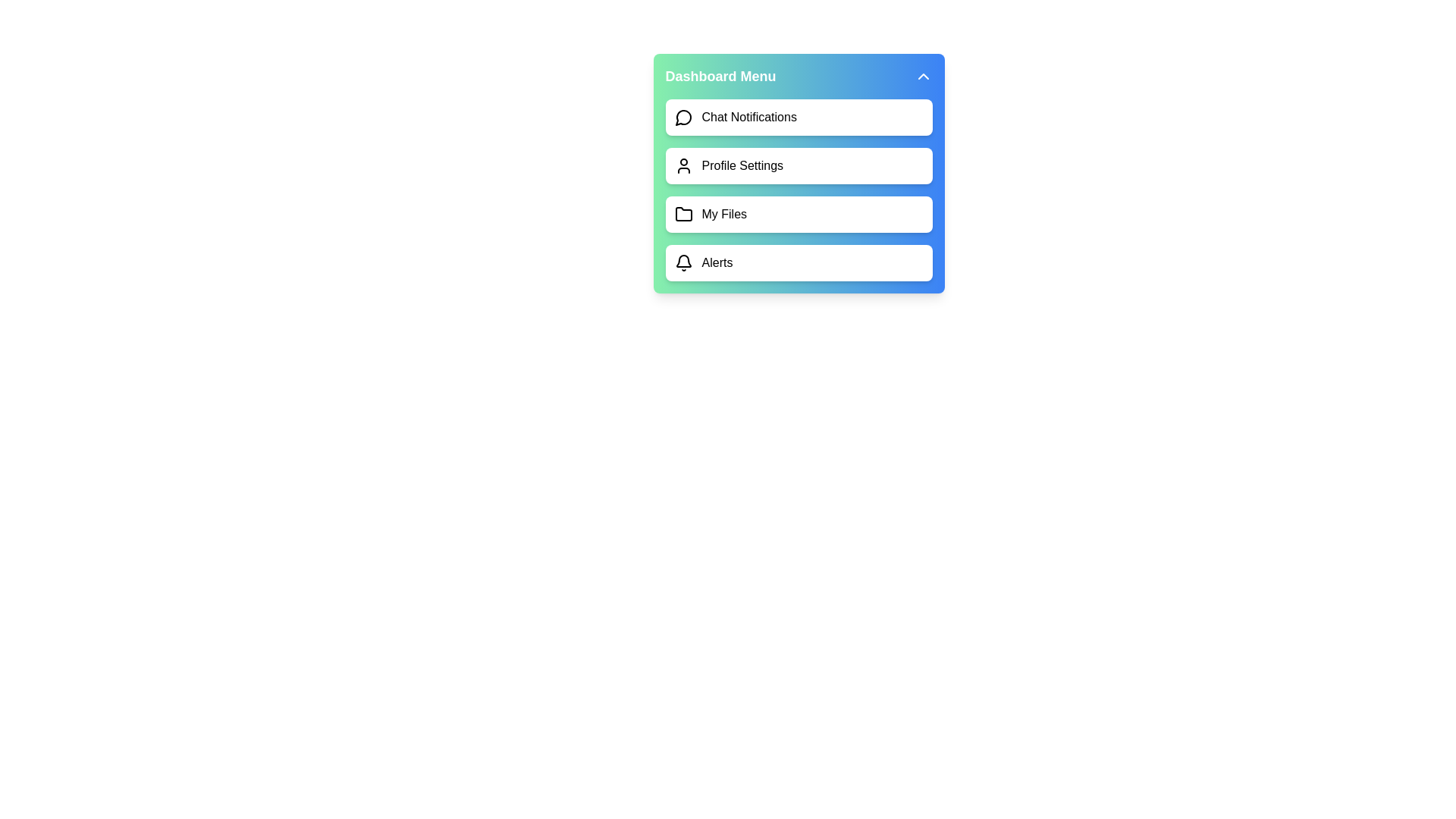 The height and width of the screenshot is (819, 1456). Describe the element at coordinates (798, 166) in the screenshot. I see `the menu item Profile Settings to observe its hover effect` at that location.